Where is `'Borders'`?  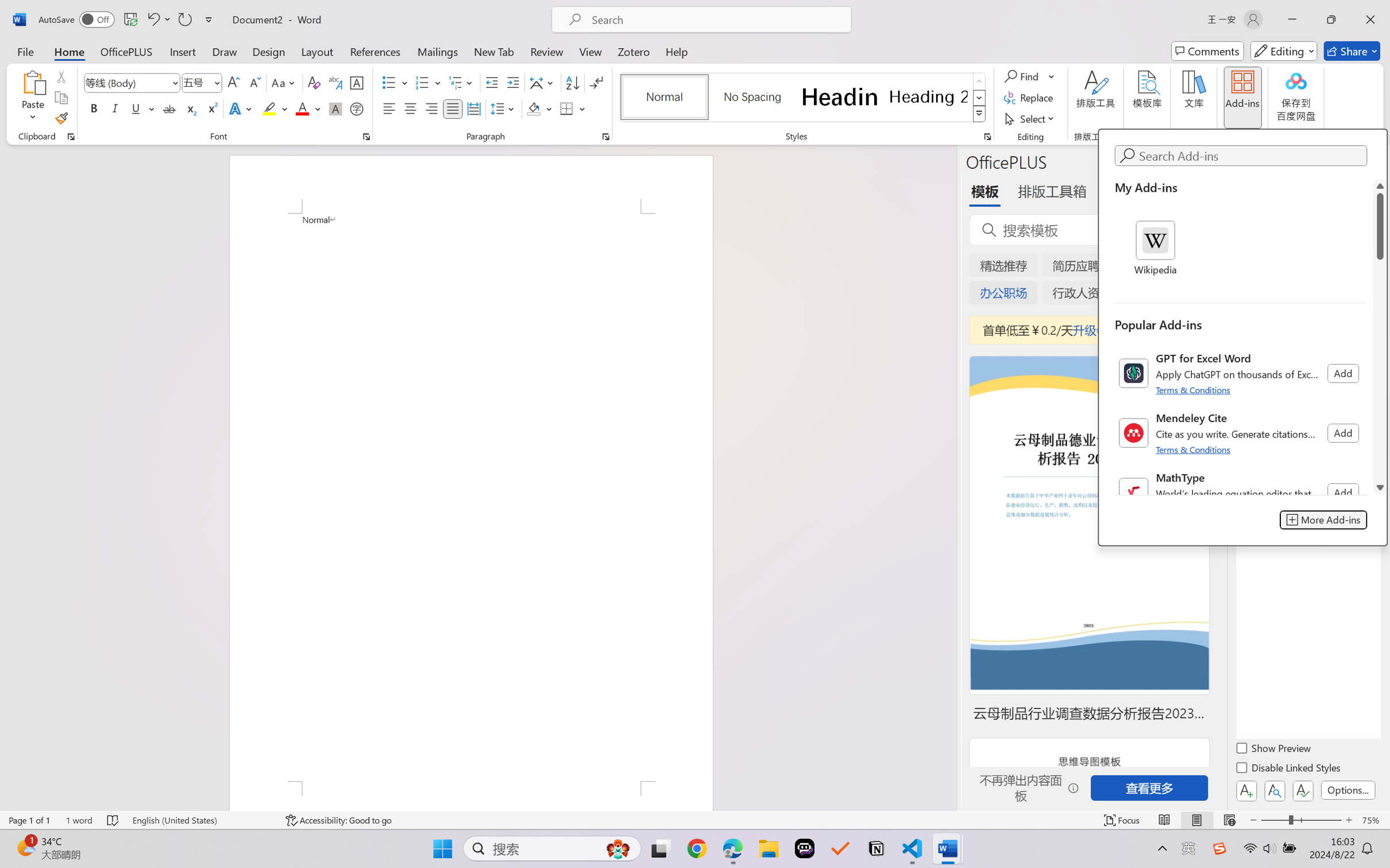 'Borders' is located at coordinates (567, 108).